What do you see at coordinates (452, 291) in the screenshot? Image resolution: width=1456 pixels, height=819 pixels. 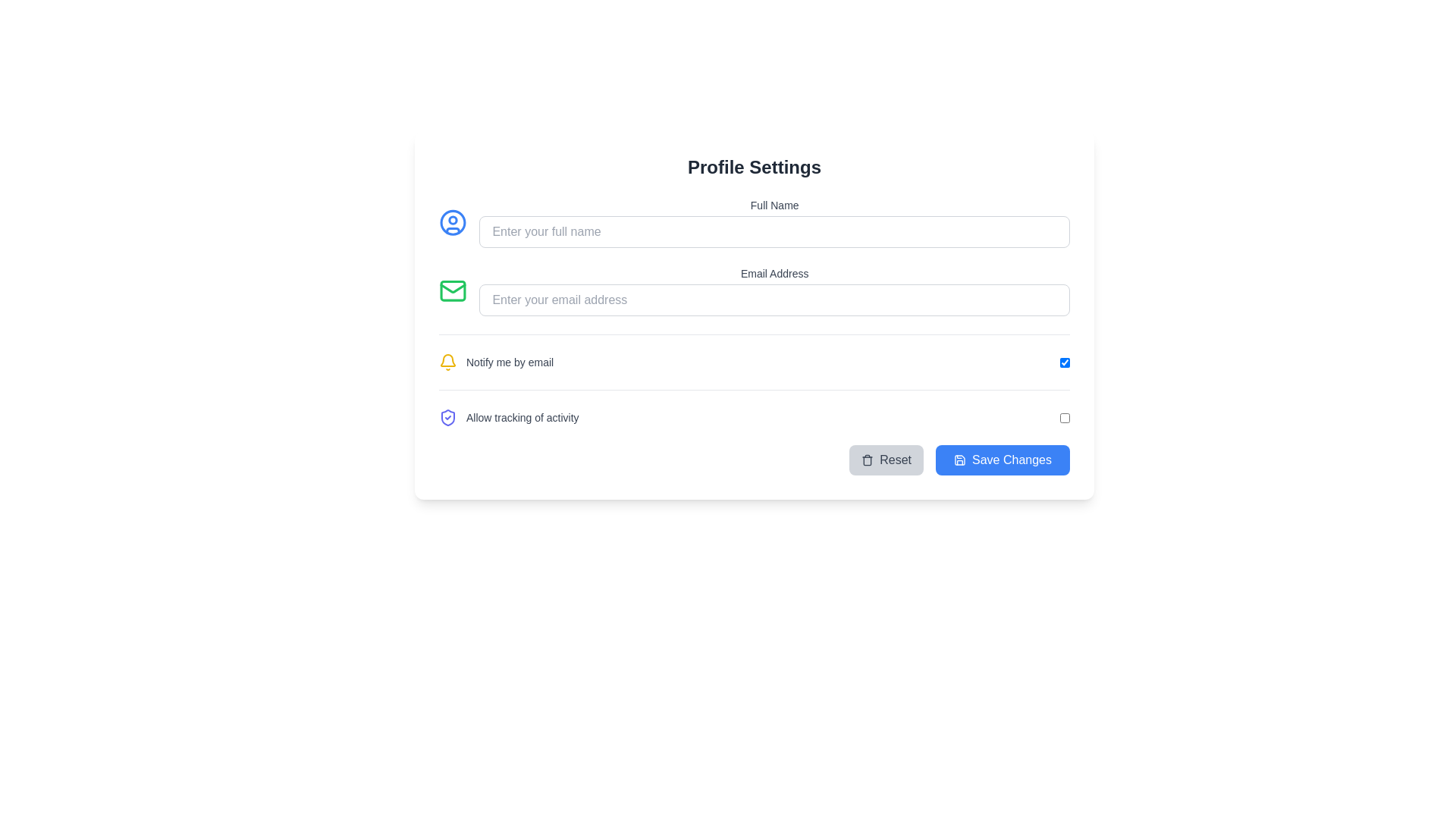 I see `the envelope icon representing 'Email Address' located to the left of the 'Enter your email address' text box in the 'Profile Settings' section` at bounding box center [452, 291].